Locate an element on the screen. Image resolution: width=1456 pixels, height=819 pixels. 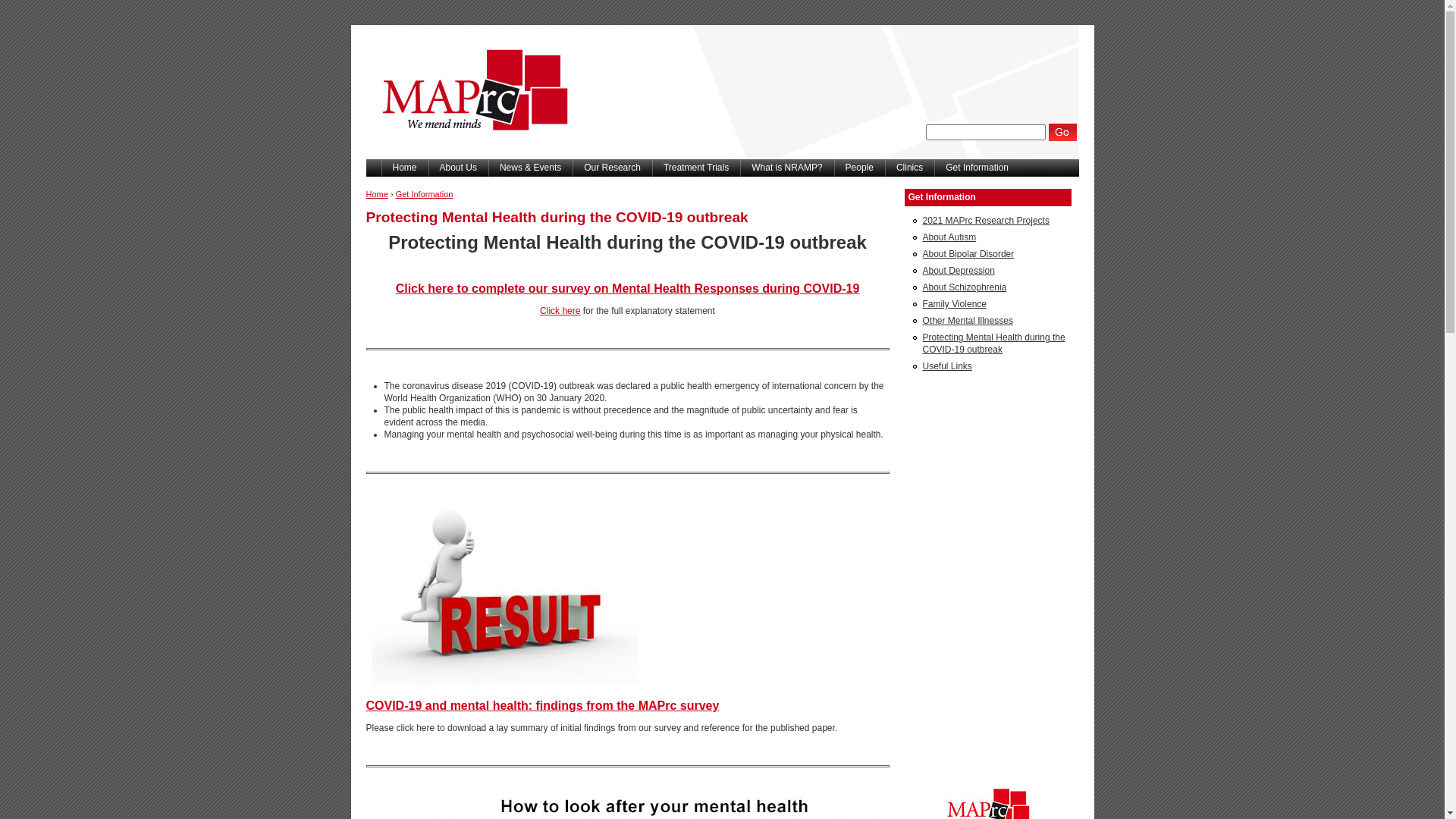
'Click here' is located at coordinates (559, 309).